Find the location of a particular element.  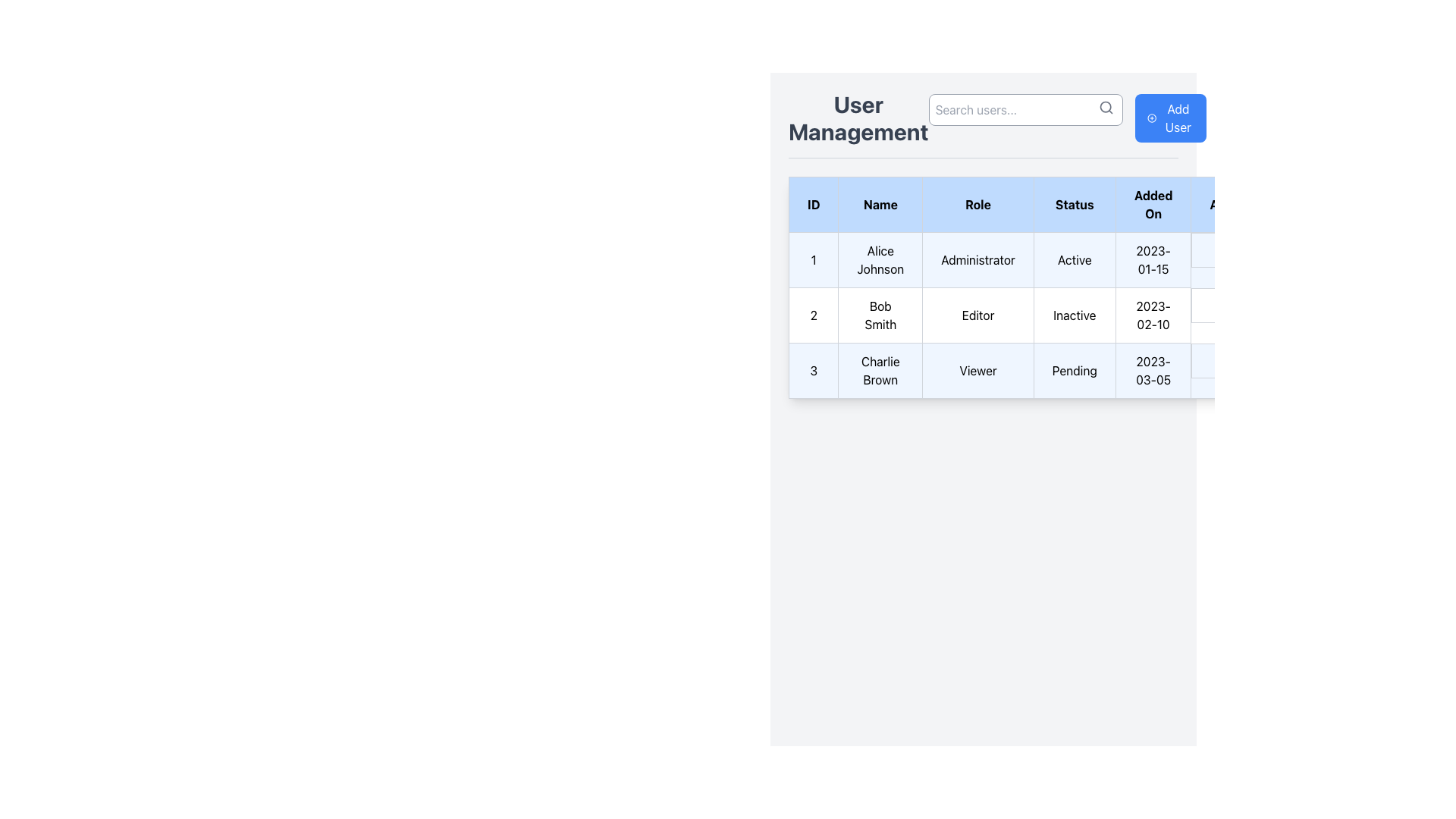

the user name label located in the second row of the user management table under the 'Name' column is located at coordinates (880, 315).